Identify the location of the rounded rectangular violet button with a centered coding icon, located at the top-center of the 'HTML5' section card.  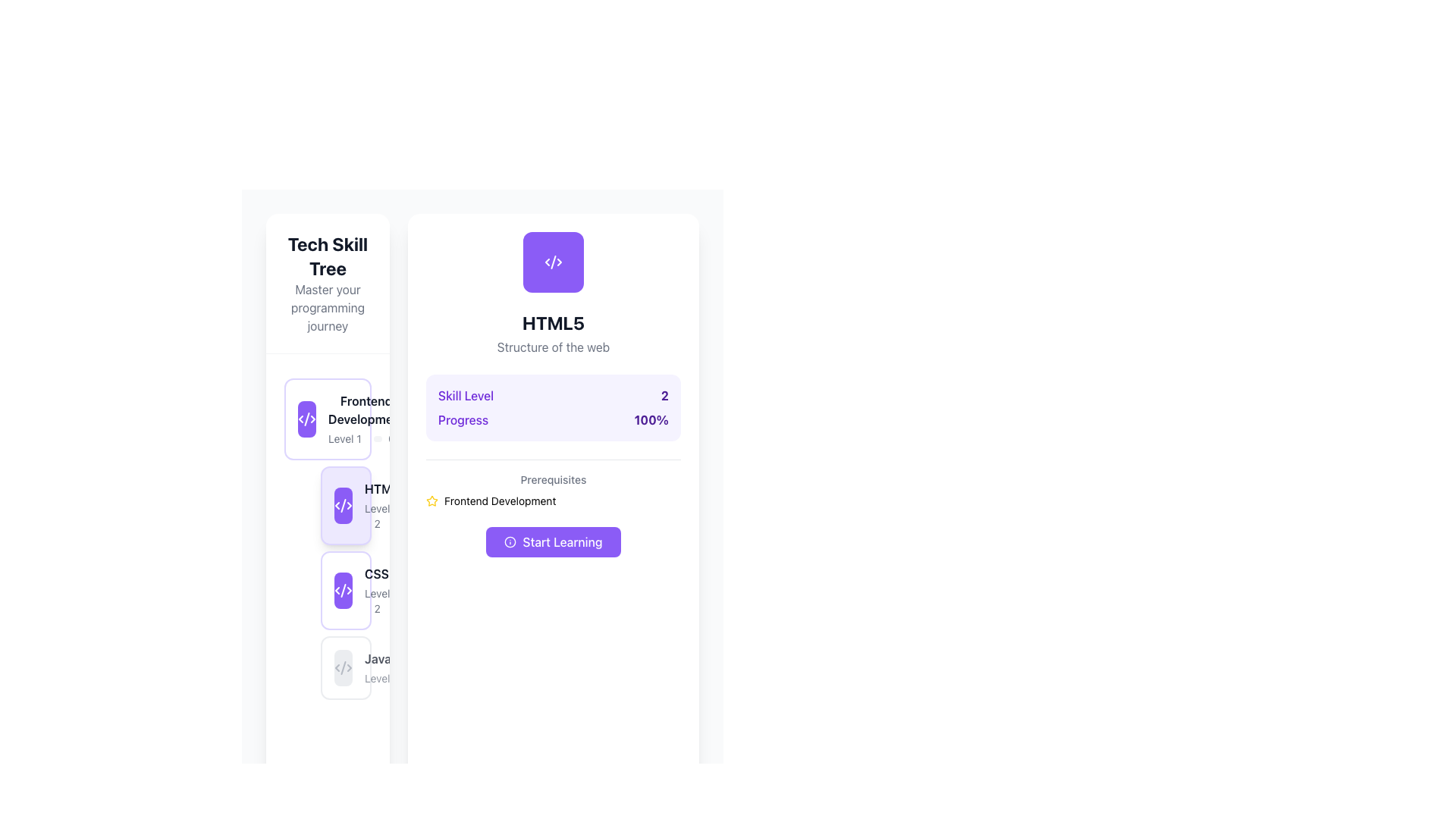
(552, 262).